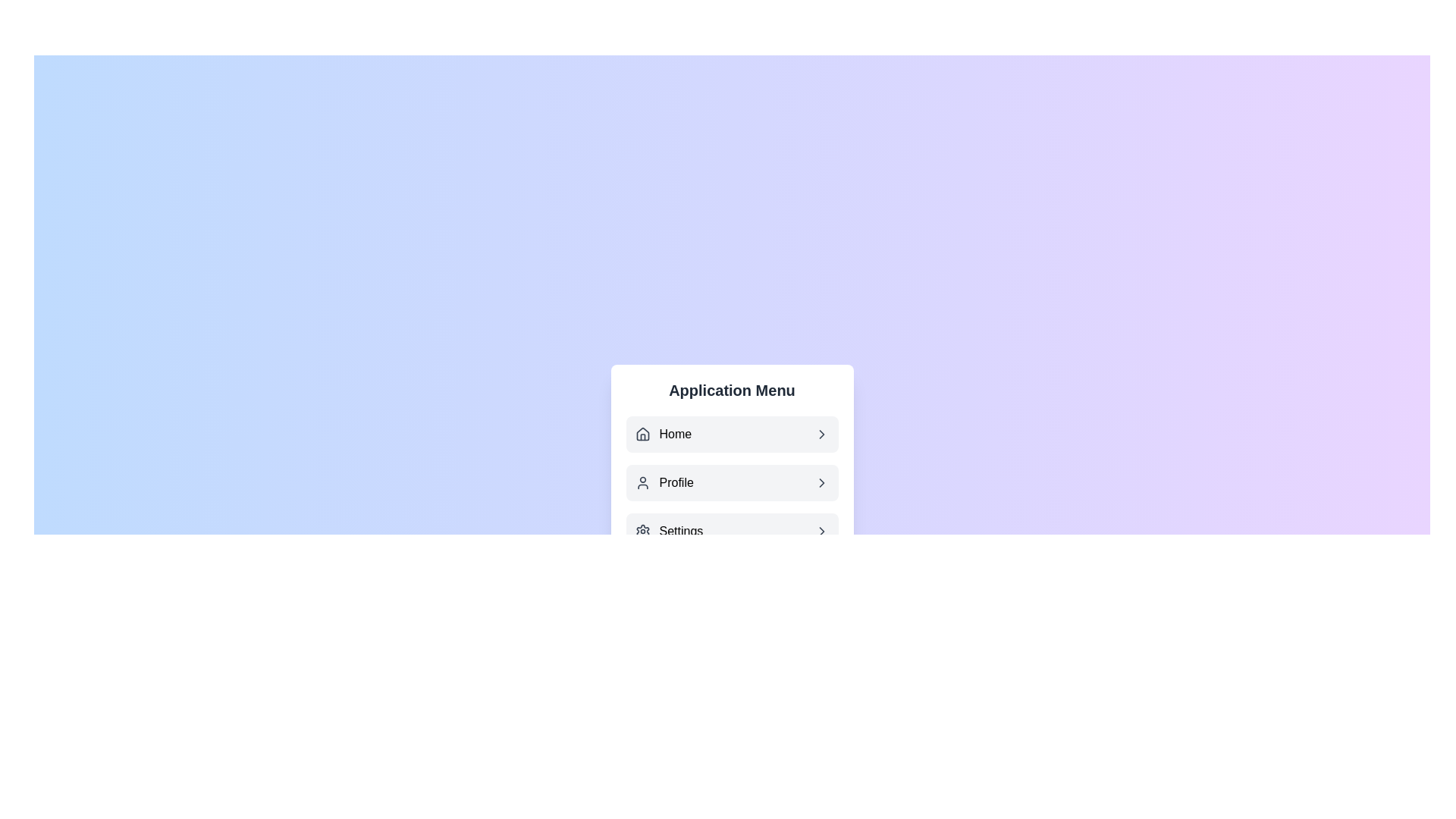 Image resolution: width=1456 pixels, height=819 pixels. What do you see at coordinates (676, 482) in the screenshot?
I see `text label that identifies the user's profile section, located in the middle of a vertically-stacked menu list, between 'Home' and 'Settings'` at bounding box center [676, 482].